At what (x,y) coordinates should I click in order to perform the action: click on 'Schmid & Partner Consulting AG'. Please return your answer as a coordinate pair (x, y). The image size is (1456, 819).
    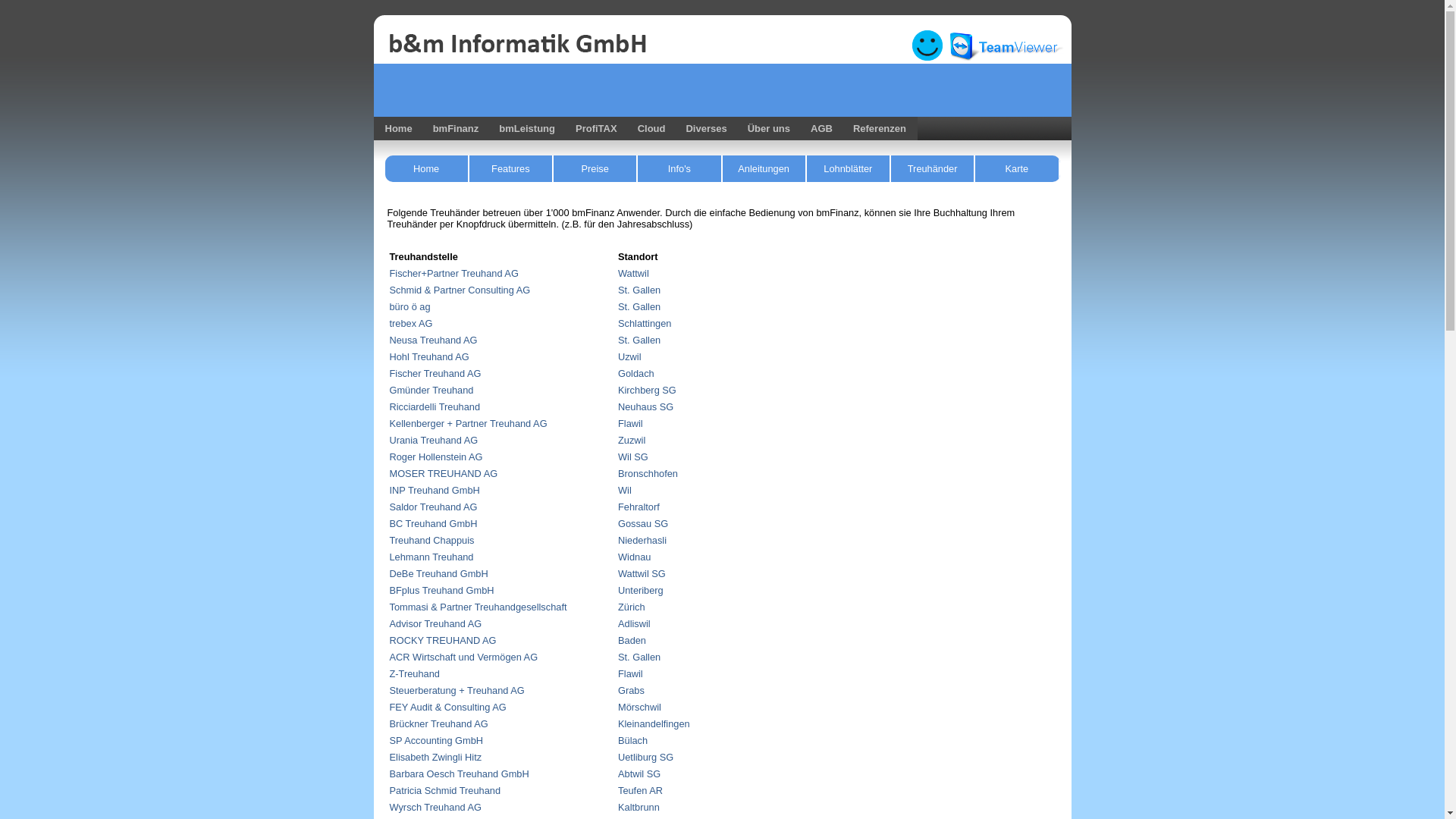
    Looking at the image, I should click on (459, 290).